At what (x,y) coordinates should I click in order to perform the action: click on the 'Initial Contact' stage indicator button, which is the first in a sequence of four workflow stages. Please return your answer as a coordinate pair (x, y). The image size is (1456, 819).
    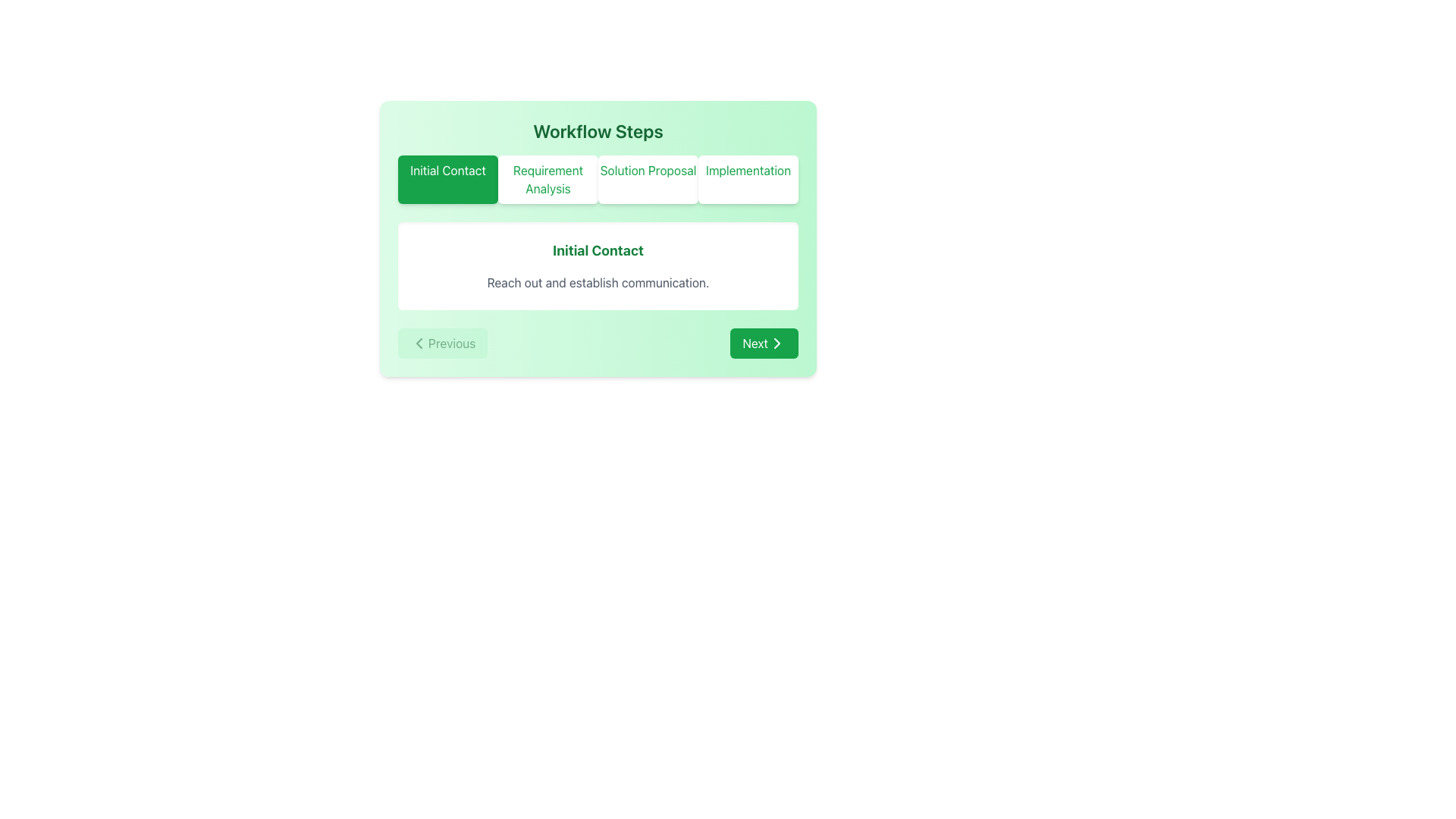
    Looking at the image, I should click on (447, 178).